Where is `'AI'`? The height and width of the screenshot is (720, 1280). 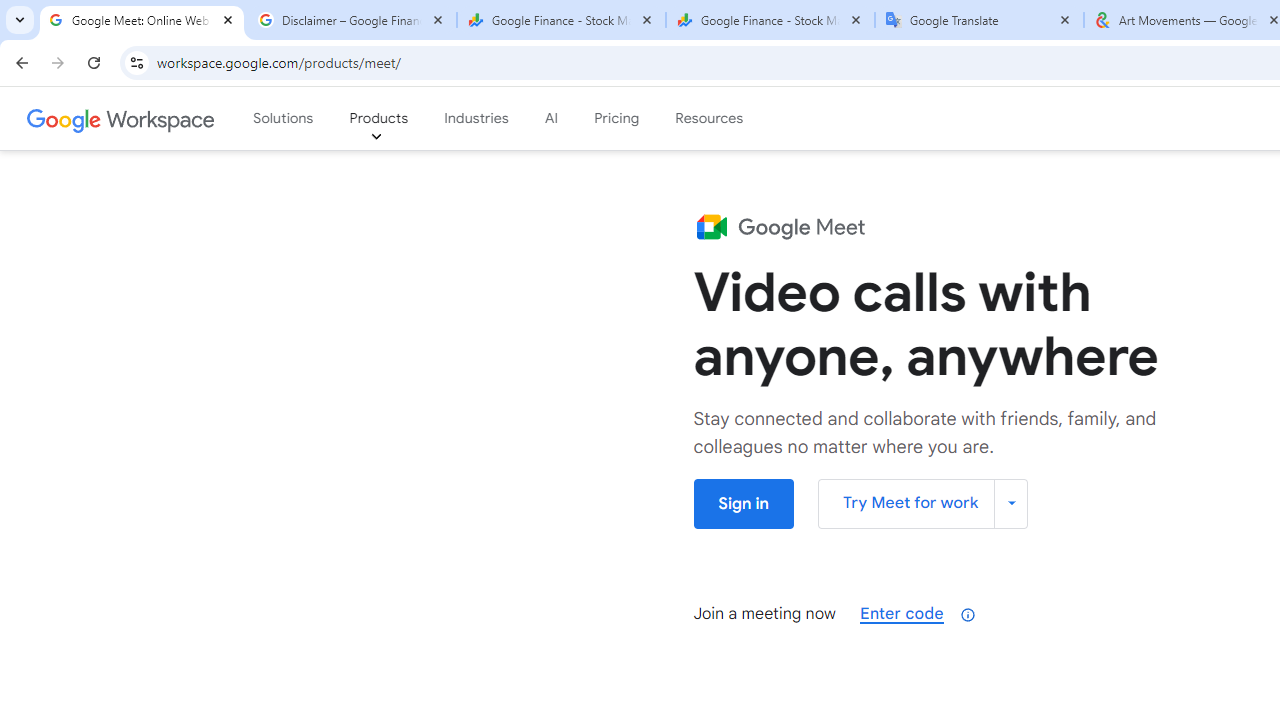
'AI' is located at coordinates (551, 119).